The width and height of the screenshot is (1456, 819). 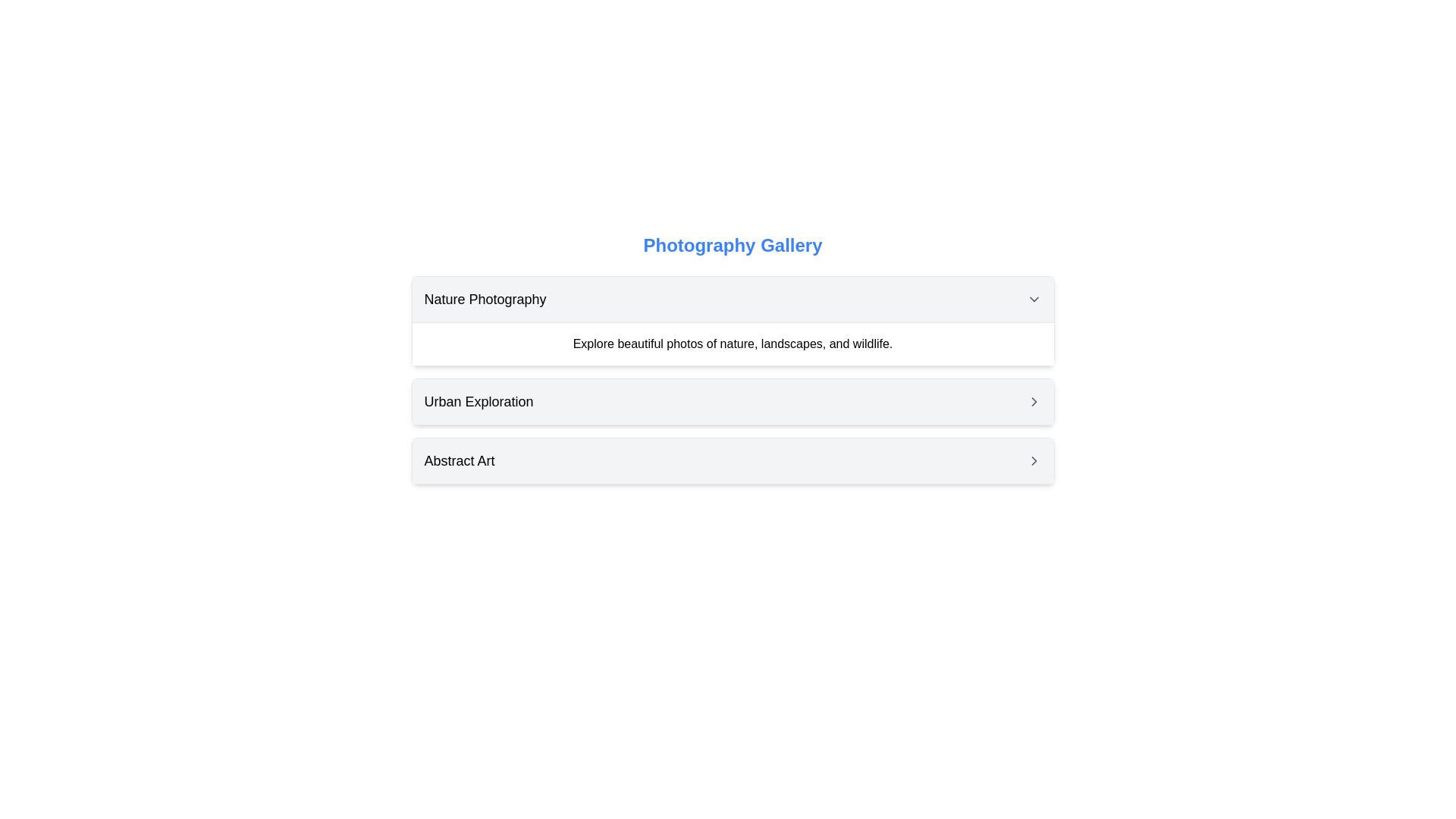 What do you see at coordinates (733, 460) in the screenshot?
I see `the 'Abstract Art' button with a light gray background, which is the last element in the Photography Gallery section, to trigger the visual hover effect` at bounding box center [733, 460].